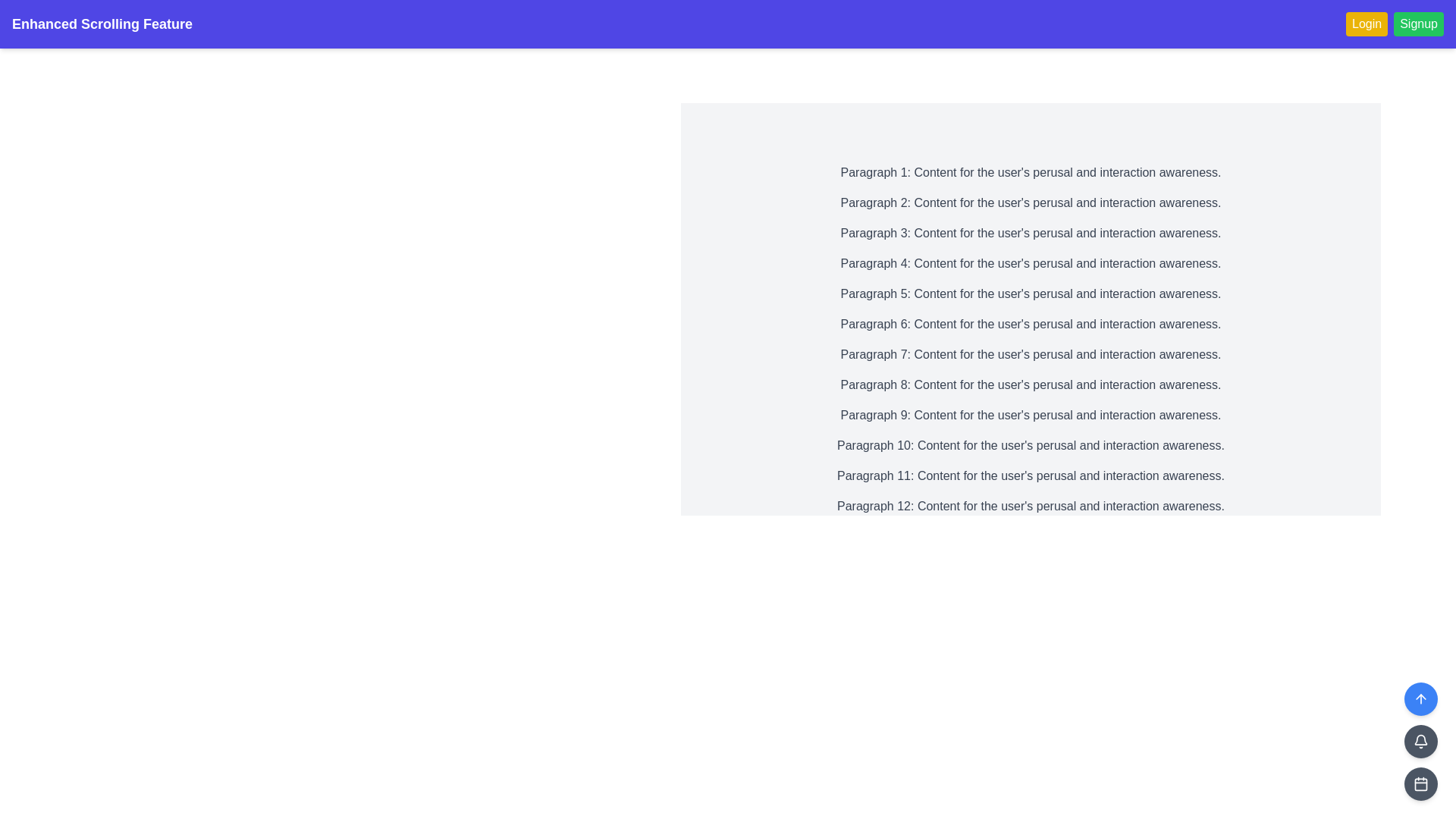 This screenshot has width=1456, height=819. What do you see at coordinates (1031, 234) in the screenshot?
I see `the third paragraph text line that provides information to the user, located between 'Paragraph 2' and 'Paragraph 4'` at bounding box center [1031, 234].